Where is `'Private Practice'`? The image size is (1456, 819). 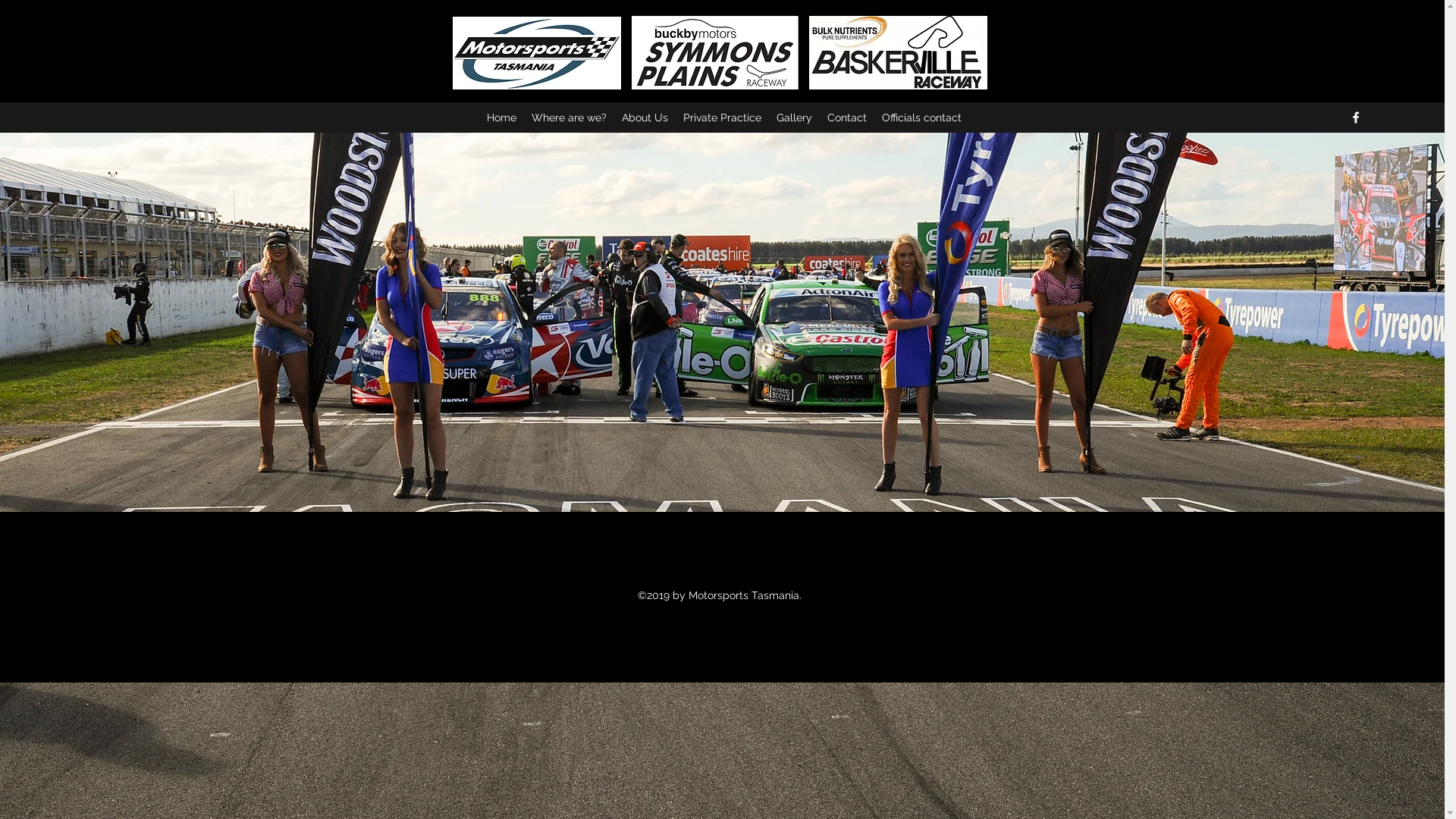 'Private Practice' is located at coordinates (721, 116).